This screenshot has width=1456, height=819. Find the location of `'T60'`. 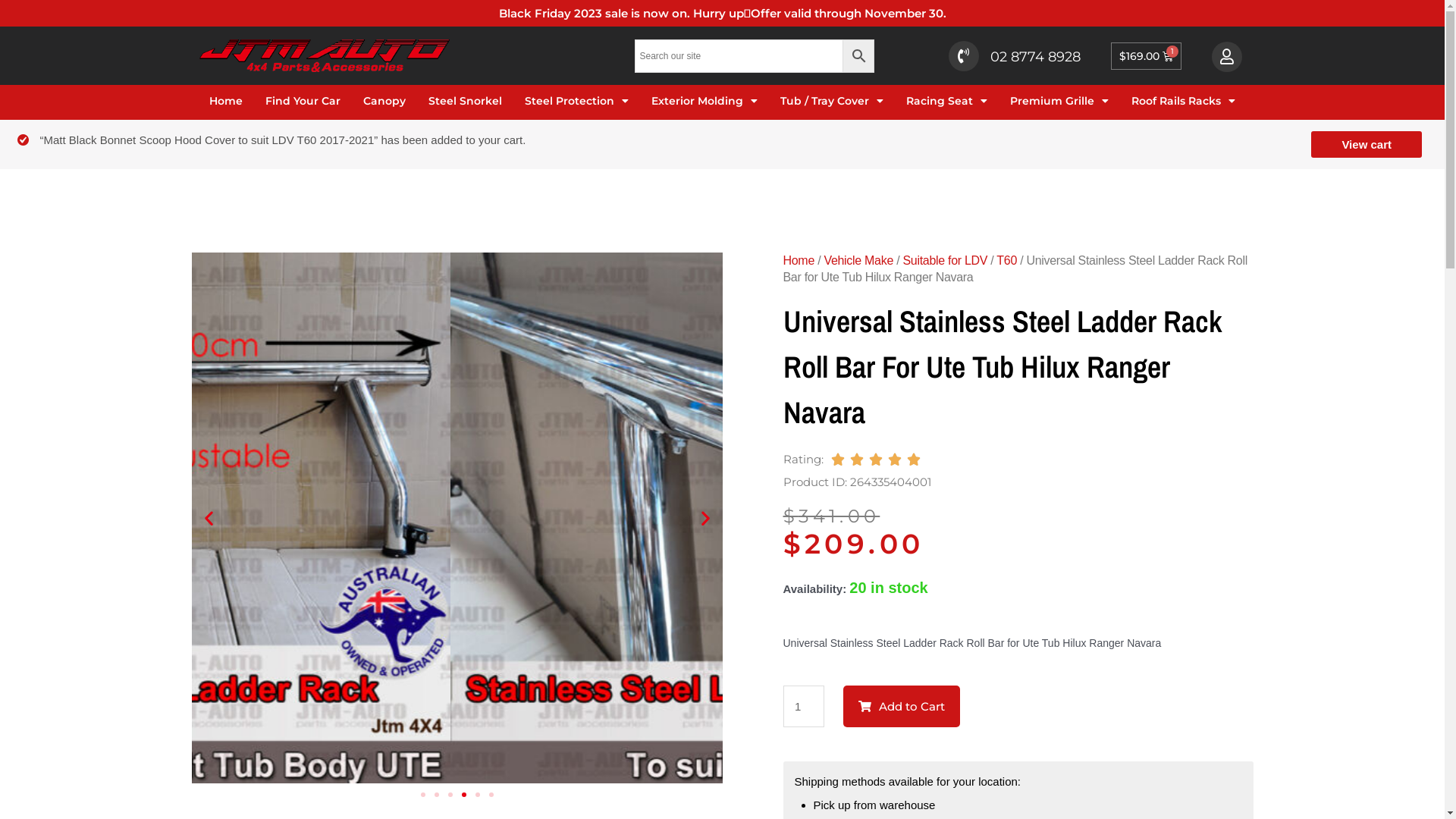

'T60' is located at coordinates (1006, 259).